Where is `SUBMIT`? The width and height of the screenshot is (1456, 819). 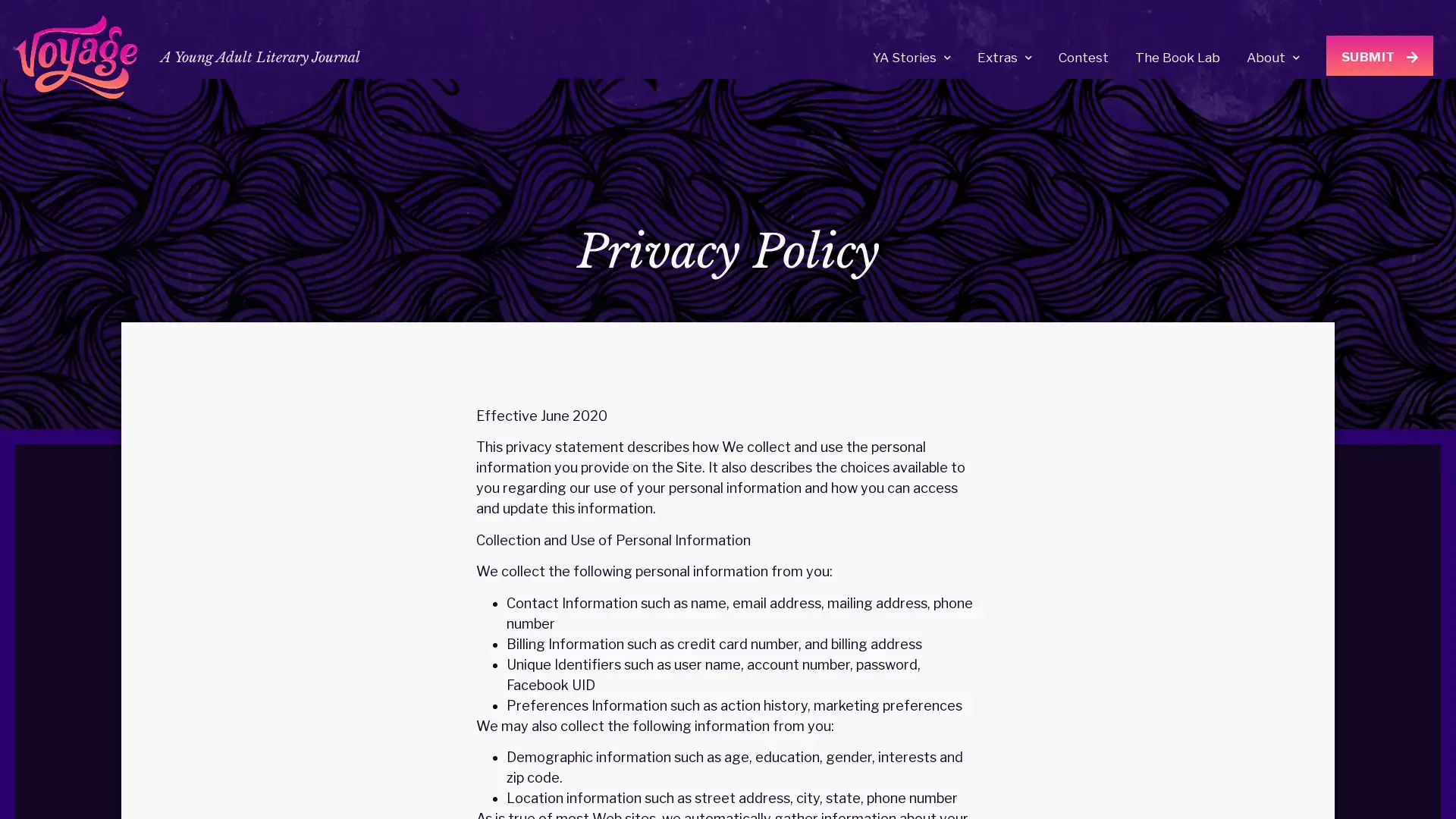 SUBMIT is located at coordinates (1379, 55).